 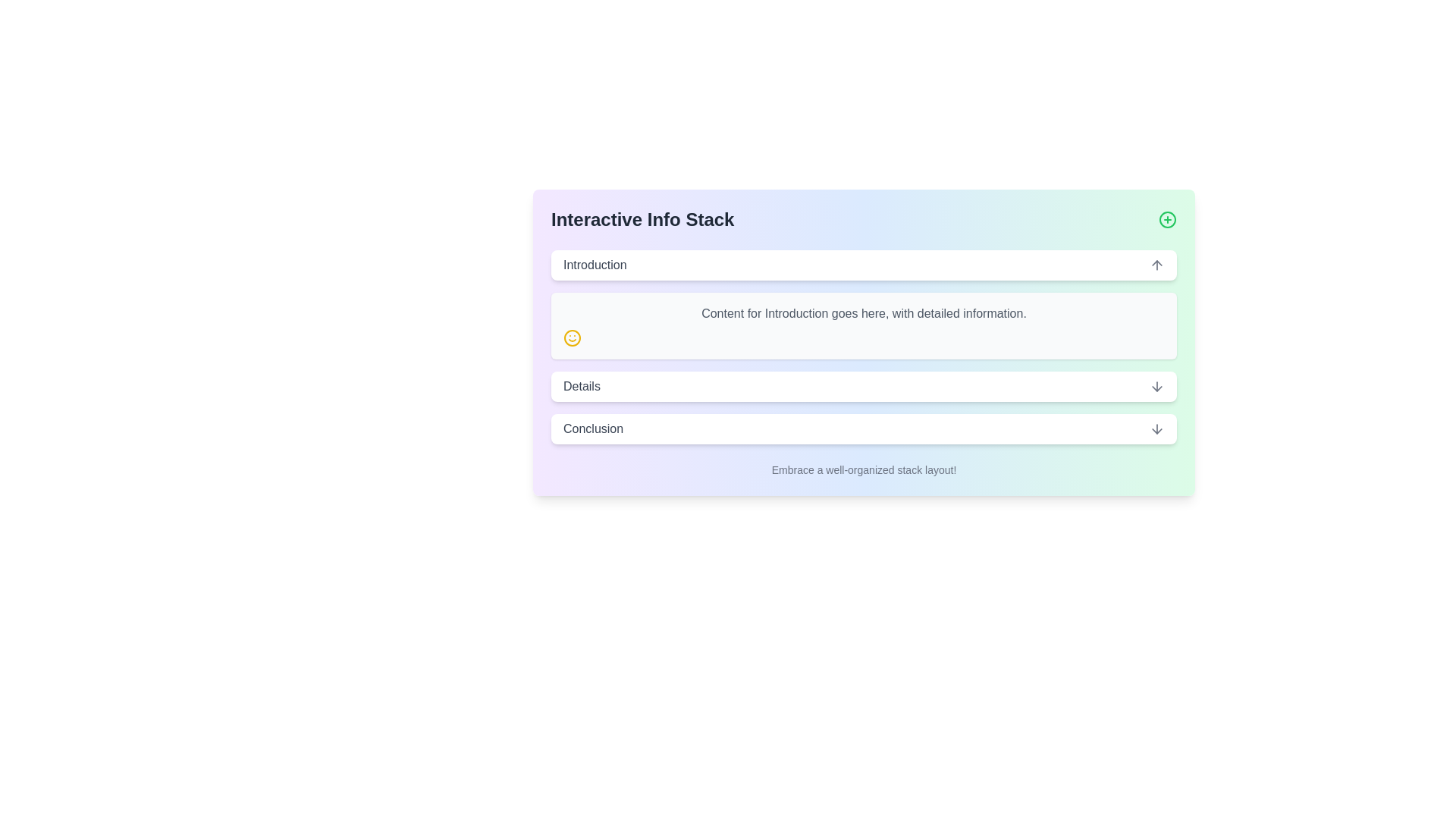 What do you see at coordinates (864, 429) in the screenshot?
I see `the 'Conclusion' button, which is a rectangular button with a white background and rounded corners, located at the bottom of the button stack` at bounding box center [864, 429].